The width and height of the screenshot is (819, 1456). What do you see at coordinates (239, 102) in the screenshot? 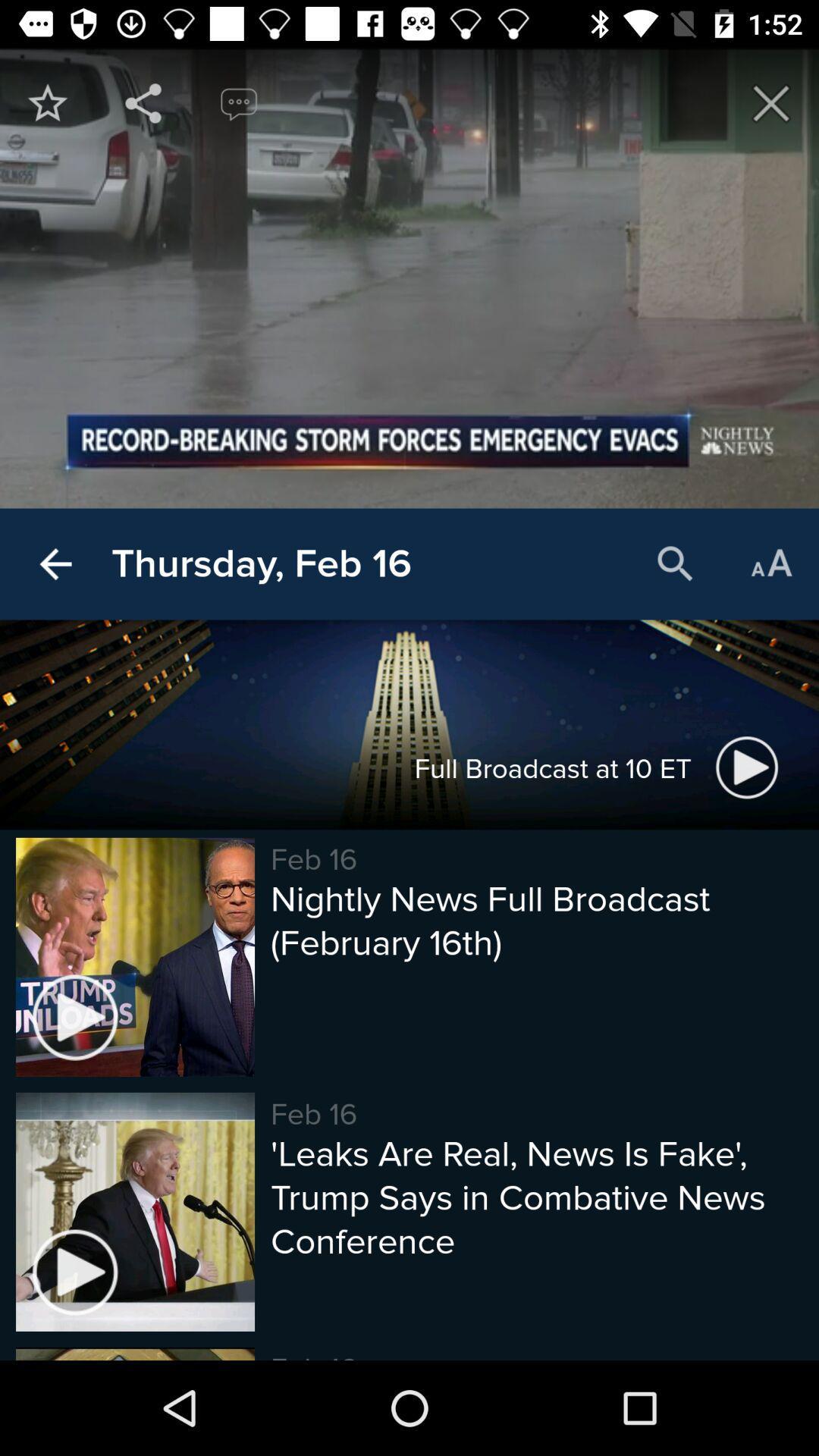
I see `the chat icon` at bounding box center [239, 102].